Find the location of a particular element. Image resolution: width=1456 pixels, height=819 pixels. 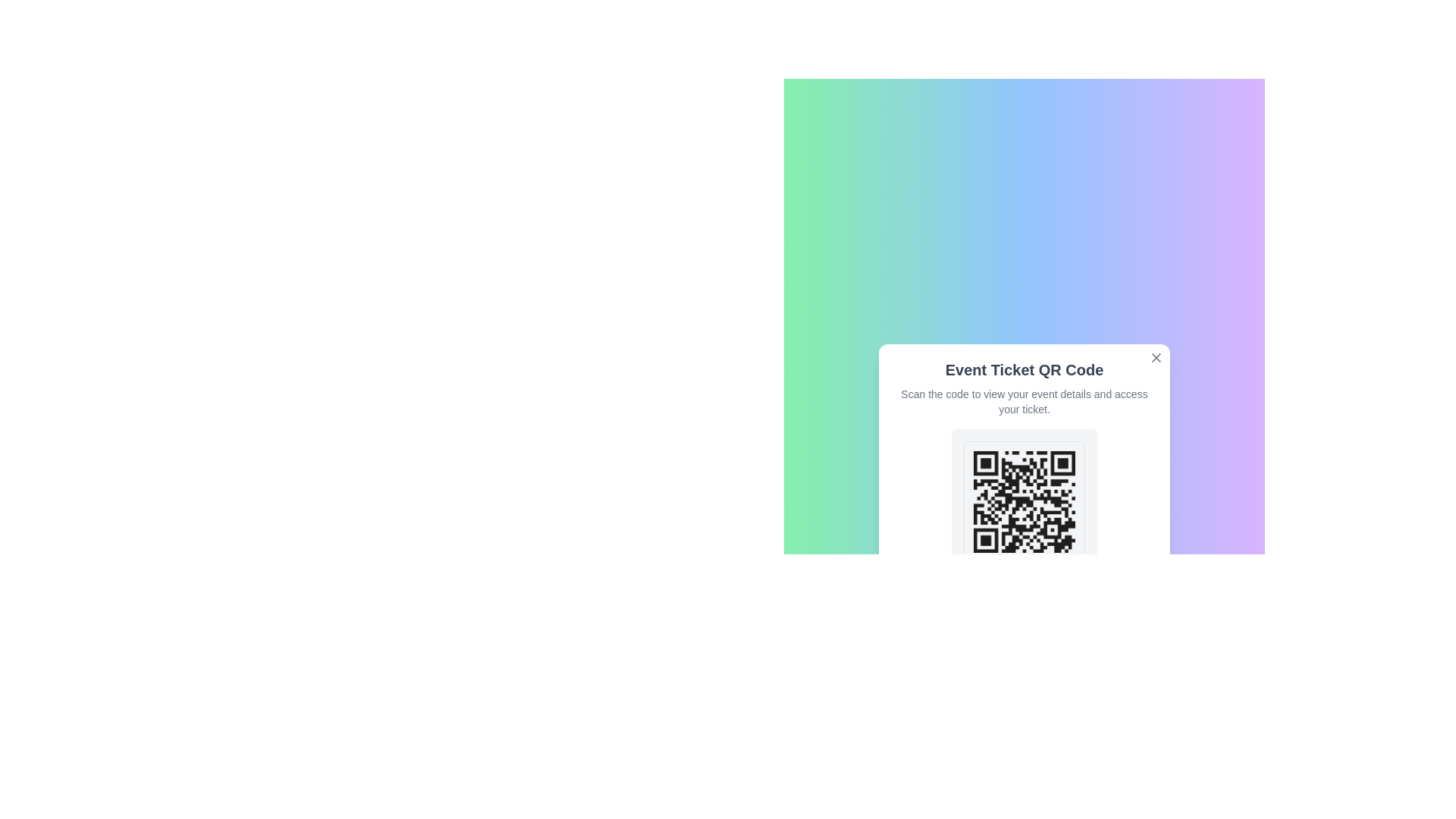

text label that instructs to 'Scan the code to view your event details and access your ticket.' This label is styled in gray and is positioned below the header 'Event Ticket QR Code' within a white rounded box is located at coordinates (1024, 400).